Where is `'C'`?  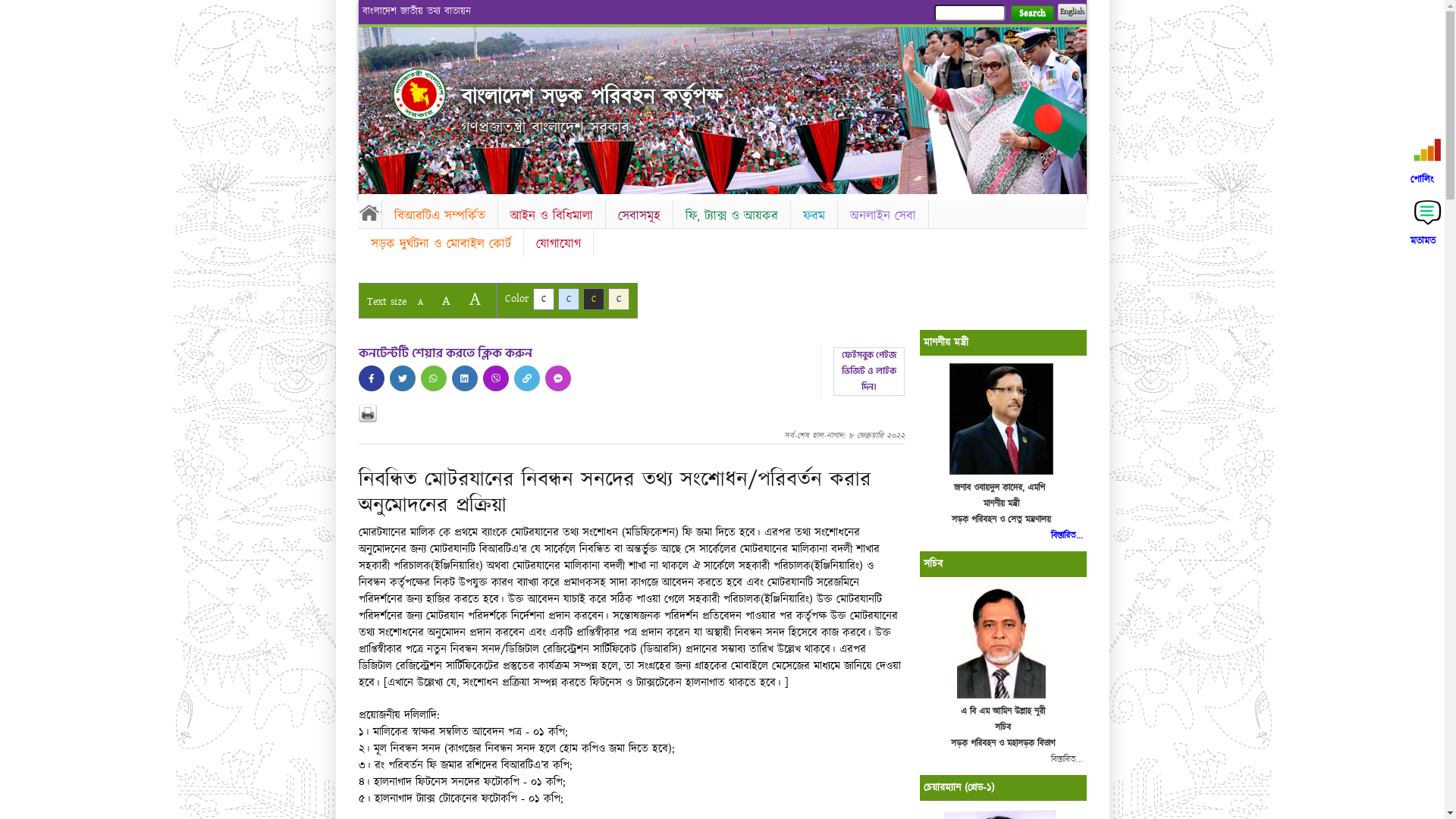
'C' is located at coordinates (542, 299).